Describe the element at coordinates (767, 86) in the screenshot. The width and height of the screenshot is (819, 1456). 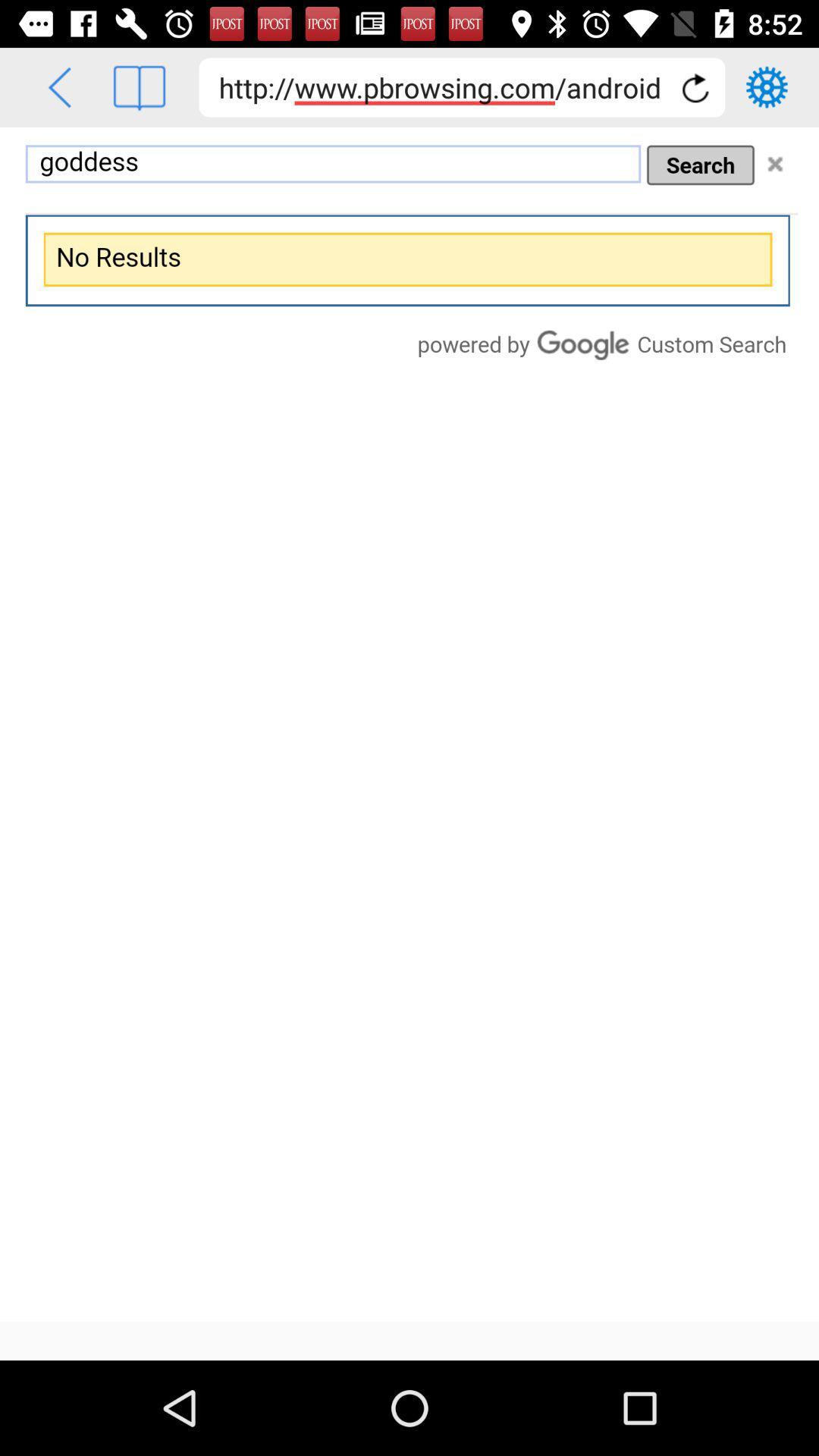
I see `settings option` at that location.